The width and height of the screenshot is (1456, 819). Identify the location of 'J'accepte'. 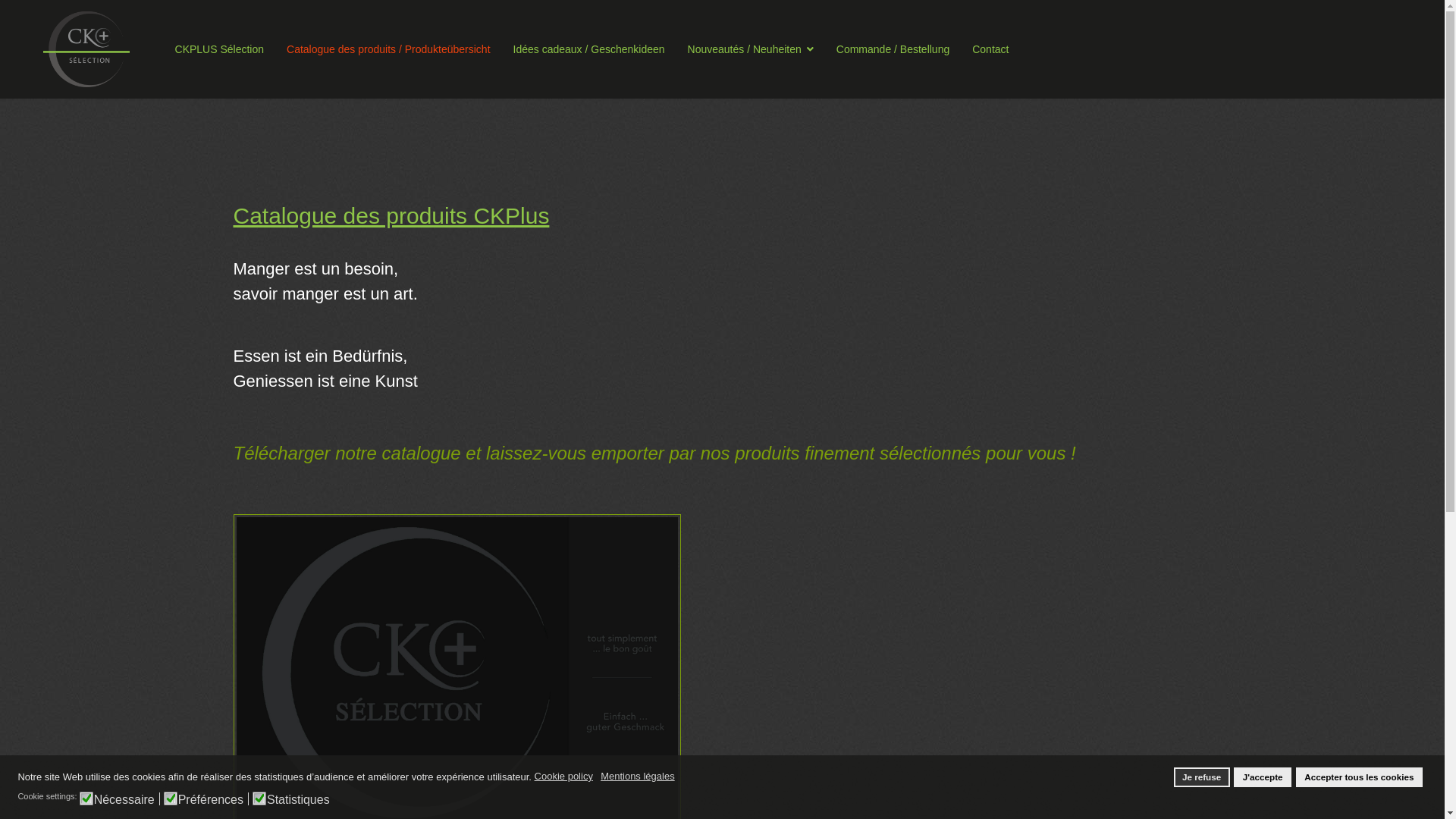
(1234, 777).